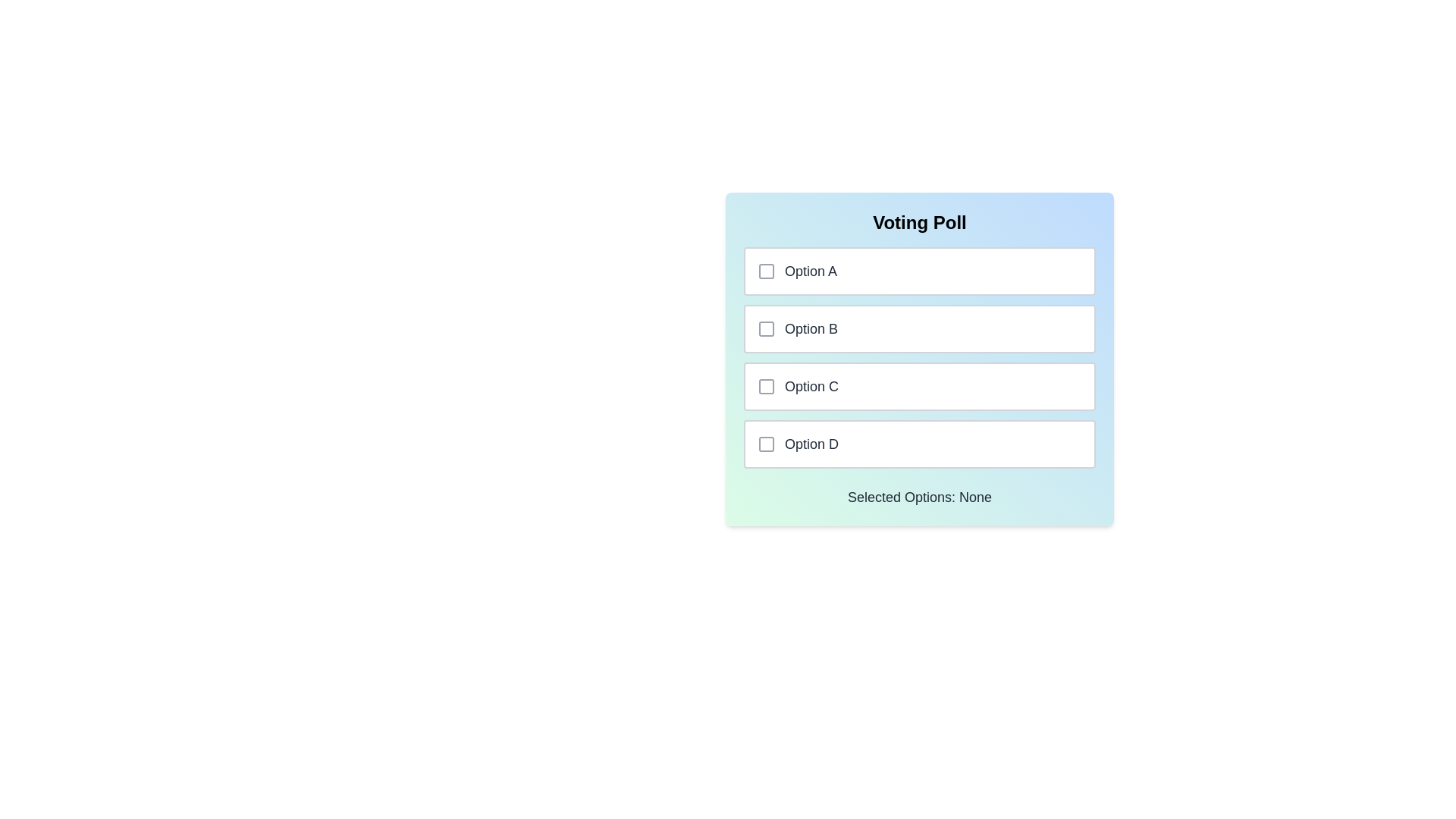 Image resolution: width=1456 pixels, height=819 pixels. What do you see at coordinates (919, 385) in the screenshot?
I see `the option Option C to toggle its selection` at bounding box center [919, 385].